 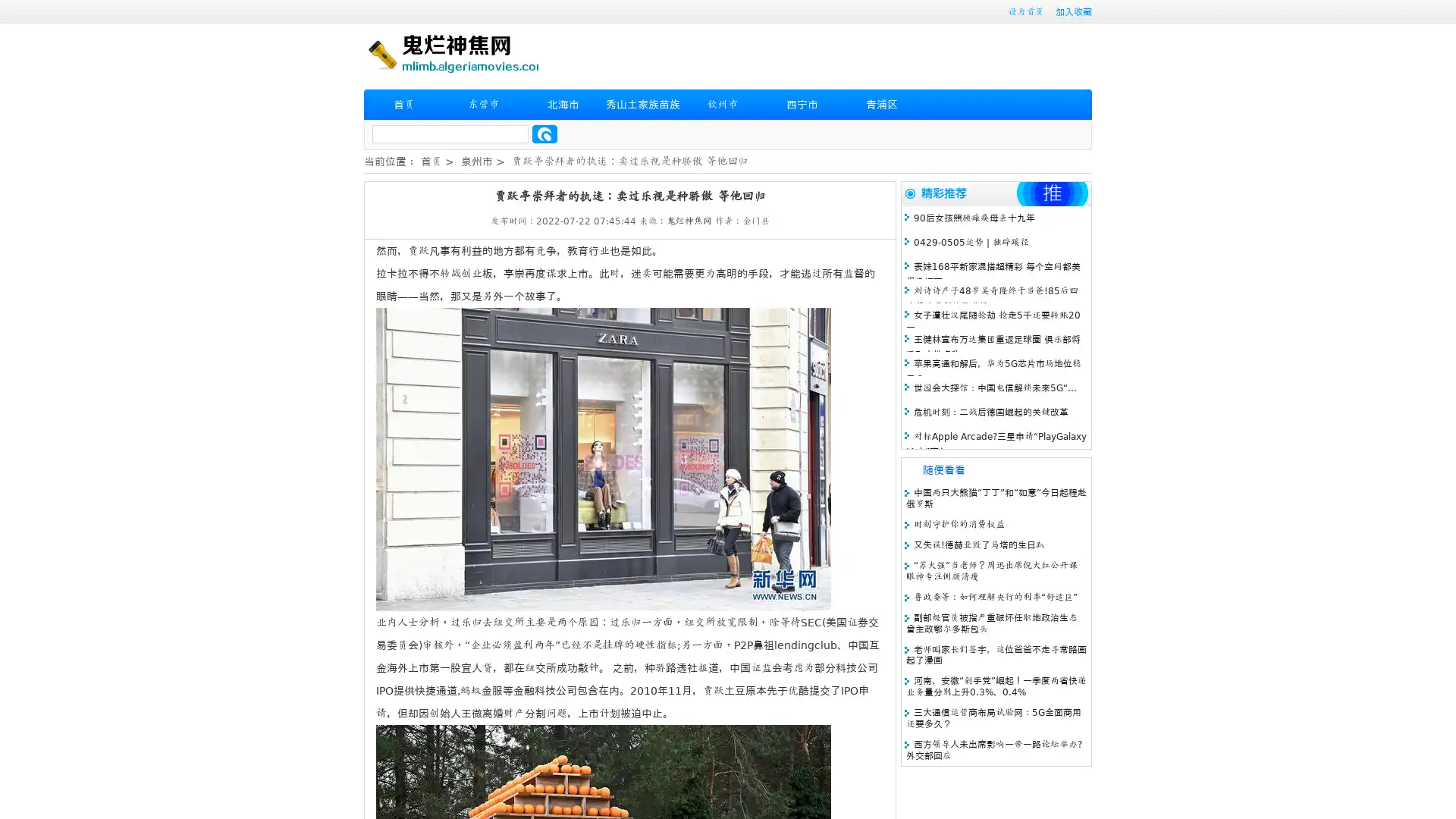 I want to click on Search, so click(x=544, y=133).